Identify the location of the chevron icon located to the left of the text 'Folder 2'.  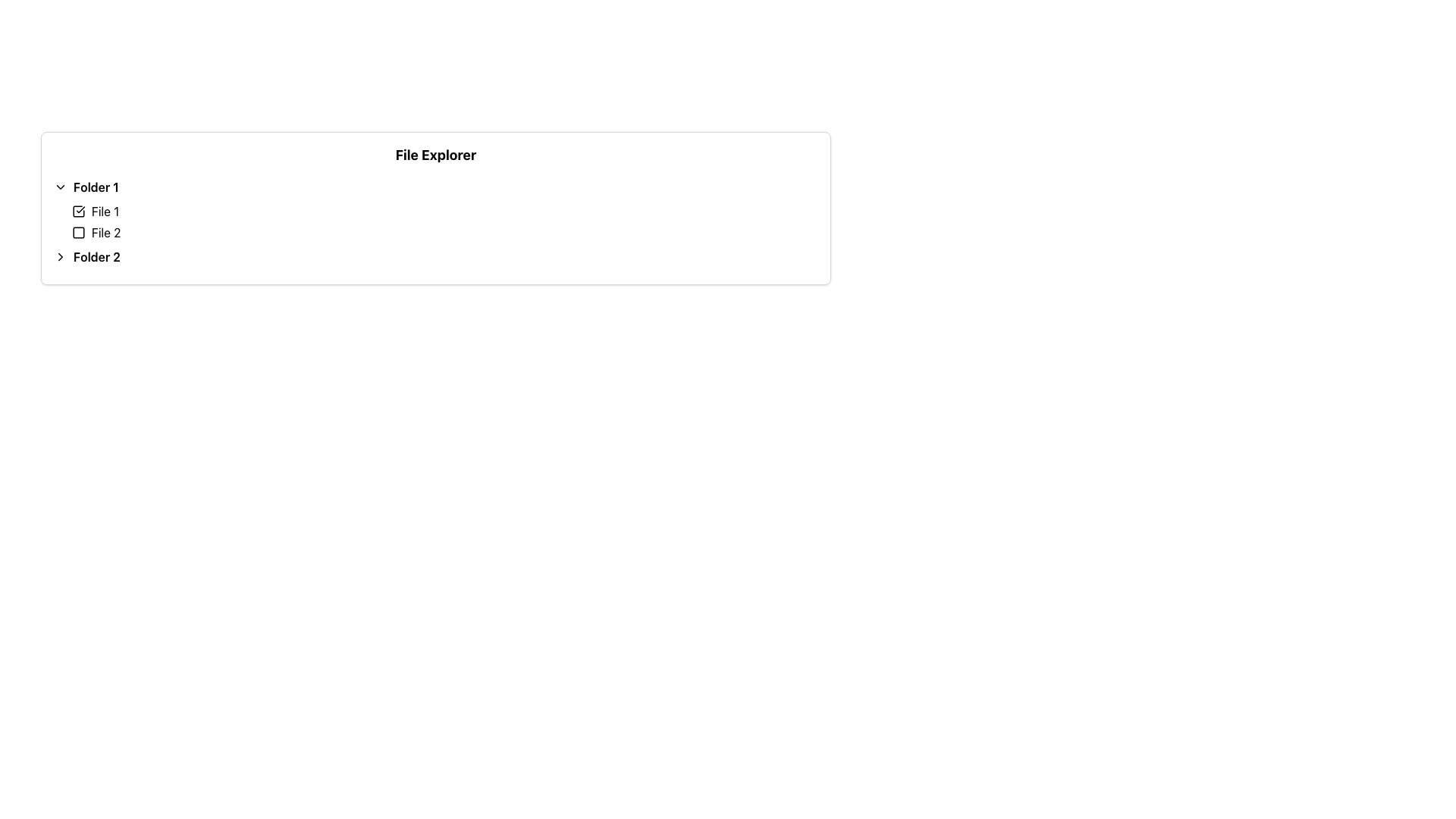
(61, 256).